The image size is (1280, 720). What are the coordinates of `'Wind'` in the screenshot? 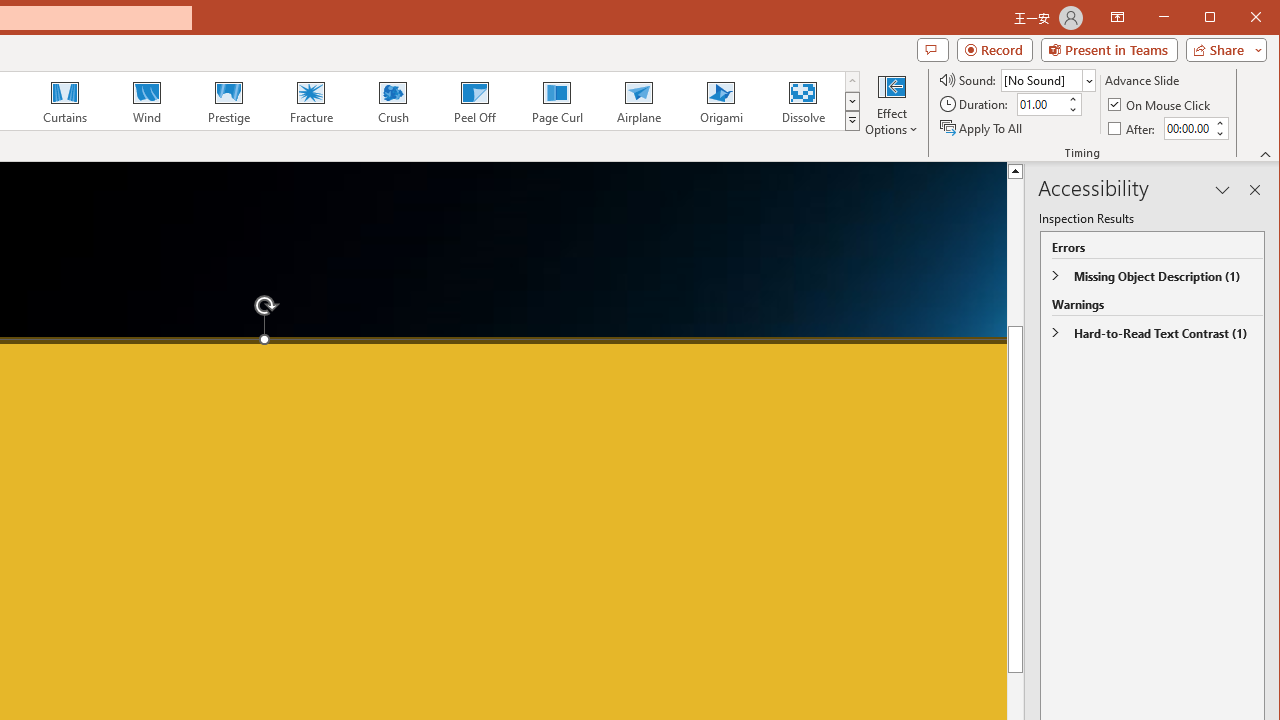 It's located at (146, 100).